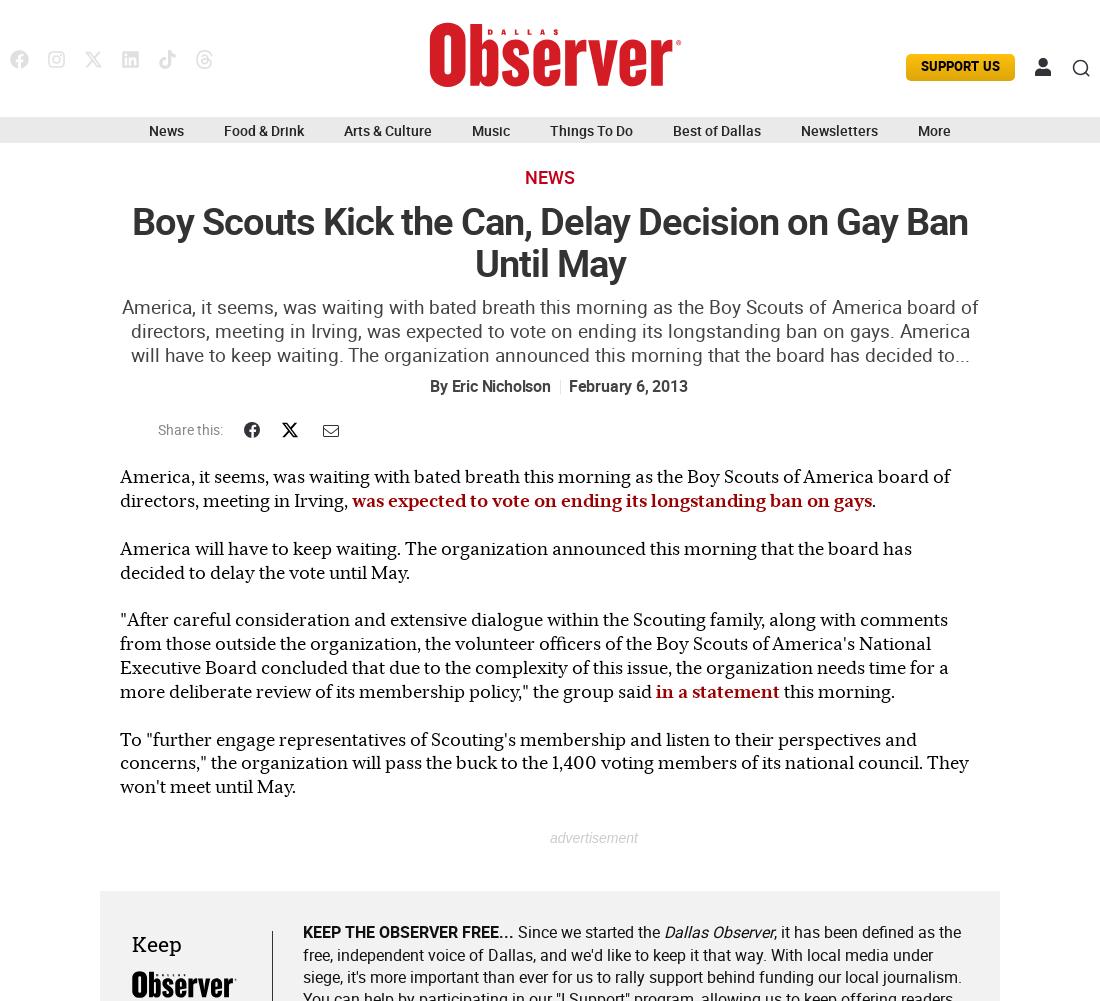  I want to click on 'in a statement', so click(716, 689).